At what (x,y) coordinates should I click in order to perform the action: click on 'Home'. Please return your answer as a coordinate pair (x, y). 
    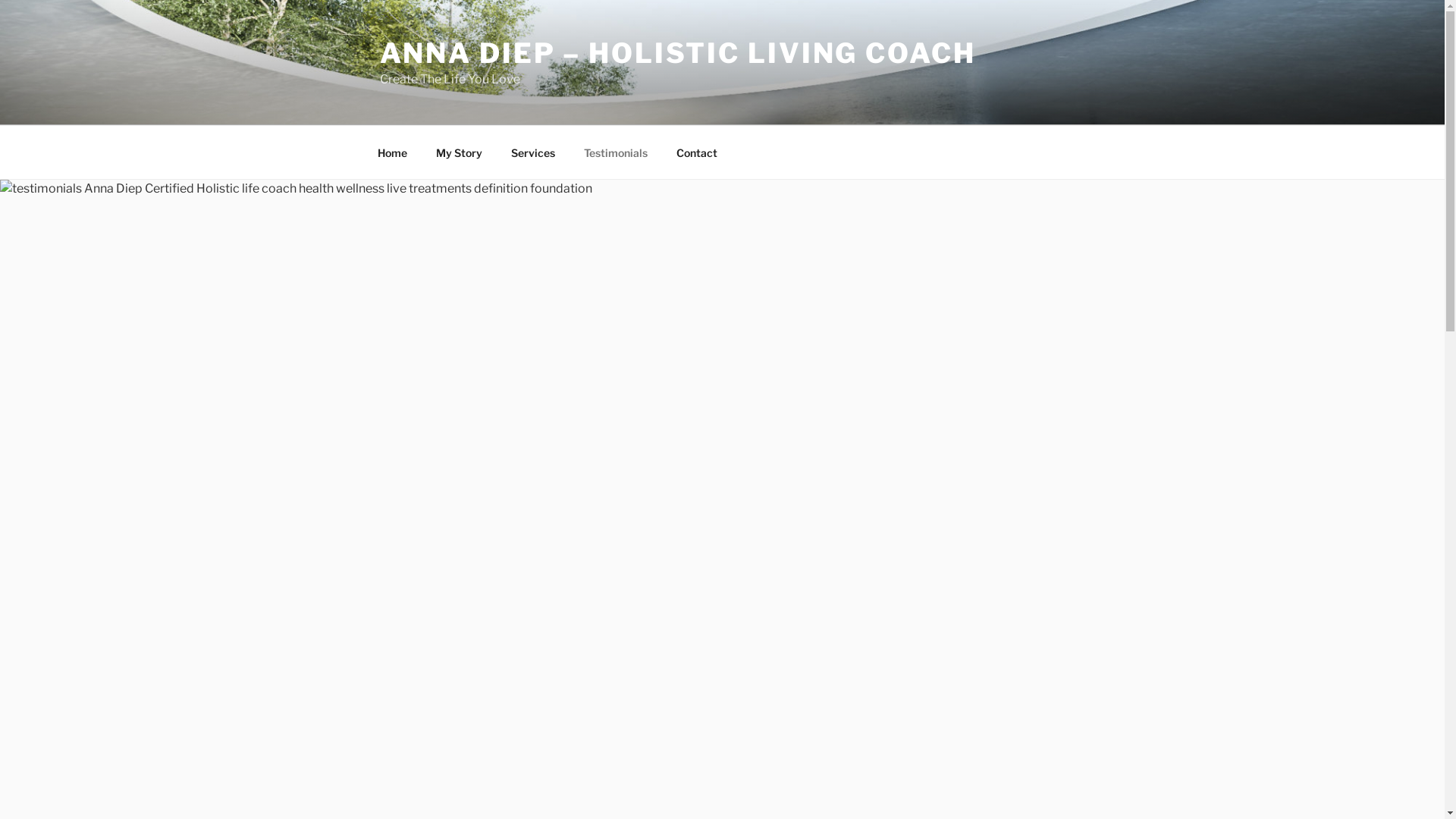
    Looking at the image, I should click on (392, 152).